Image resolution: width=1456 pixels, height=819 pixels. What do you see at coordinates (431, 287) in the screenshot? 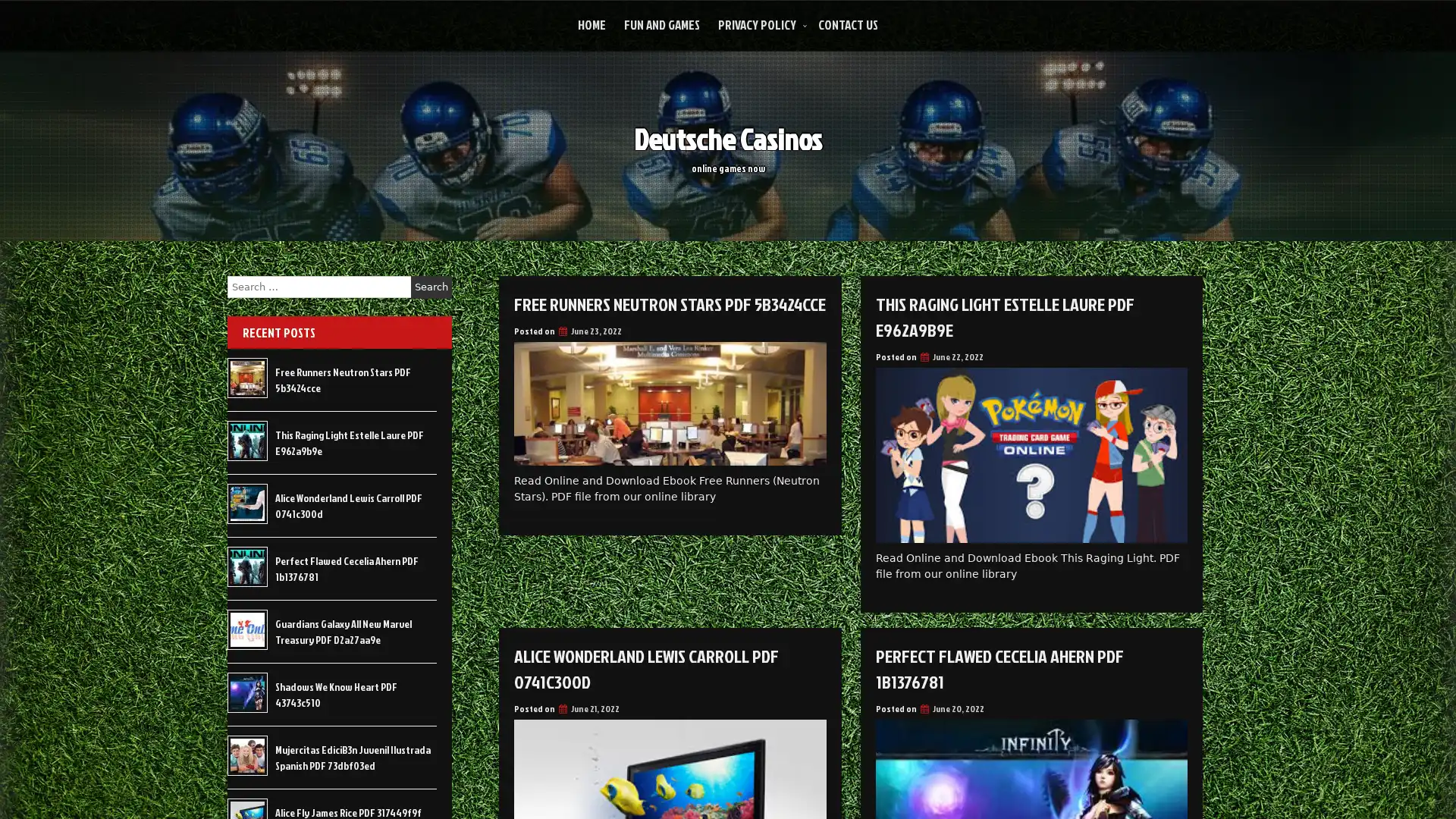
I see `Search` at bounding box center [431, 287].